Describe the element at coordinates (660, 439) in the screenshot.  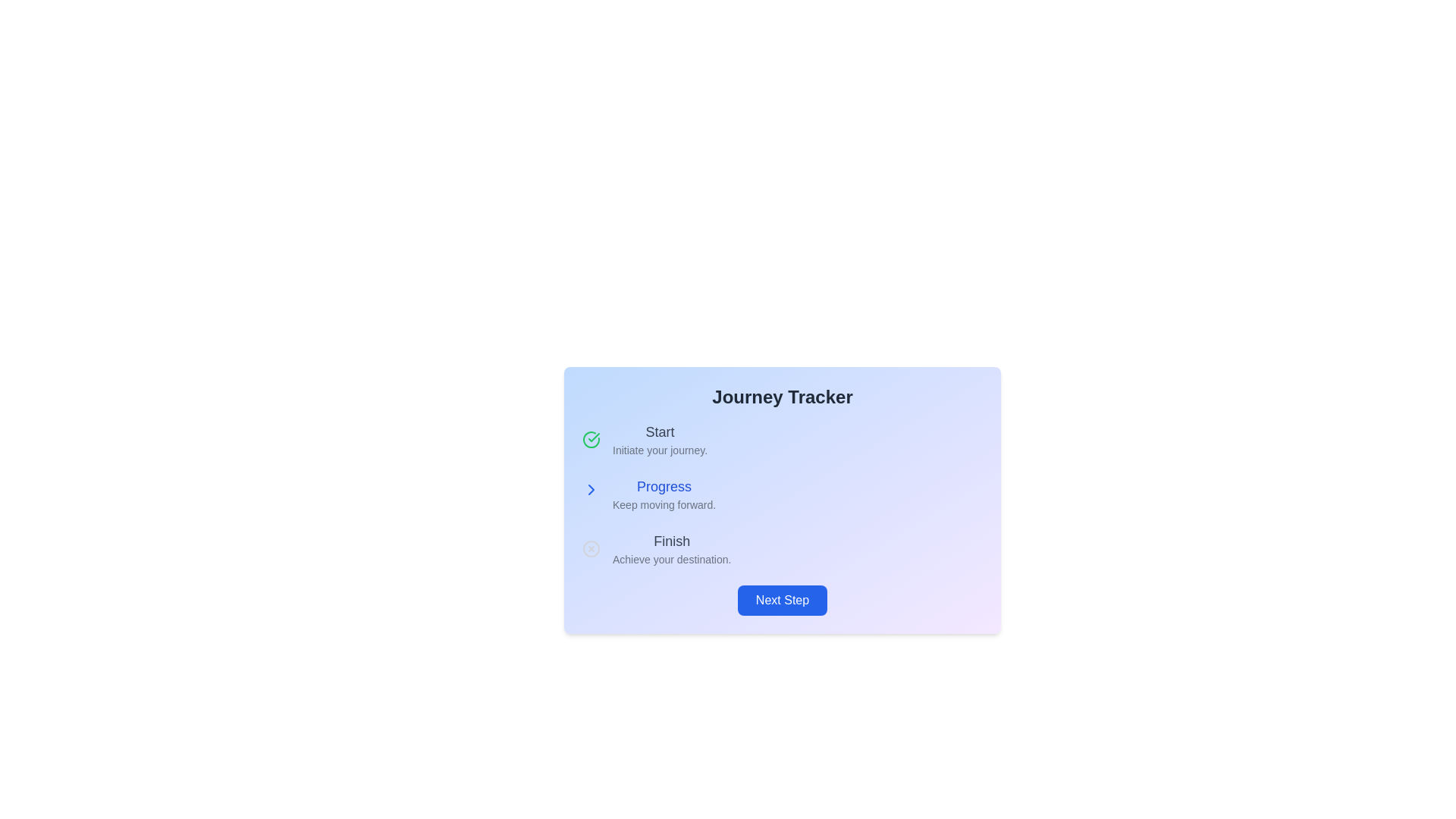
I see `text label 'Start' located at the top-left section of the 'Journey Tracker' card, which initiates the user's journey` at that location.